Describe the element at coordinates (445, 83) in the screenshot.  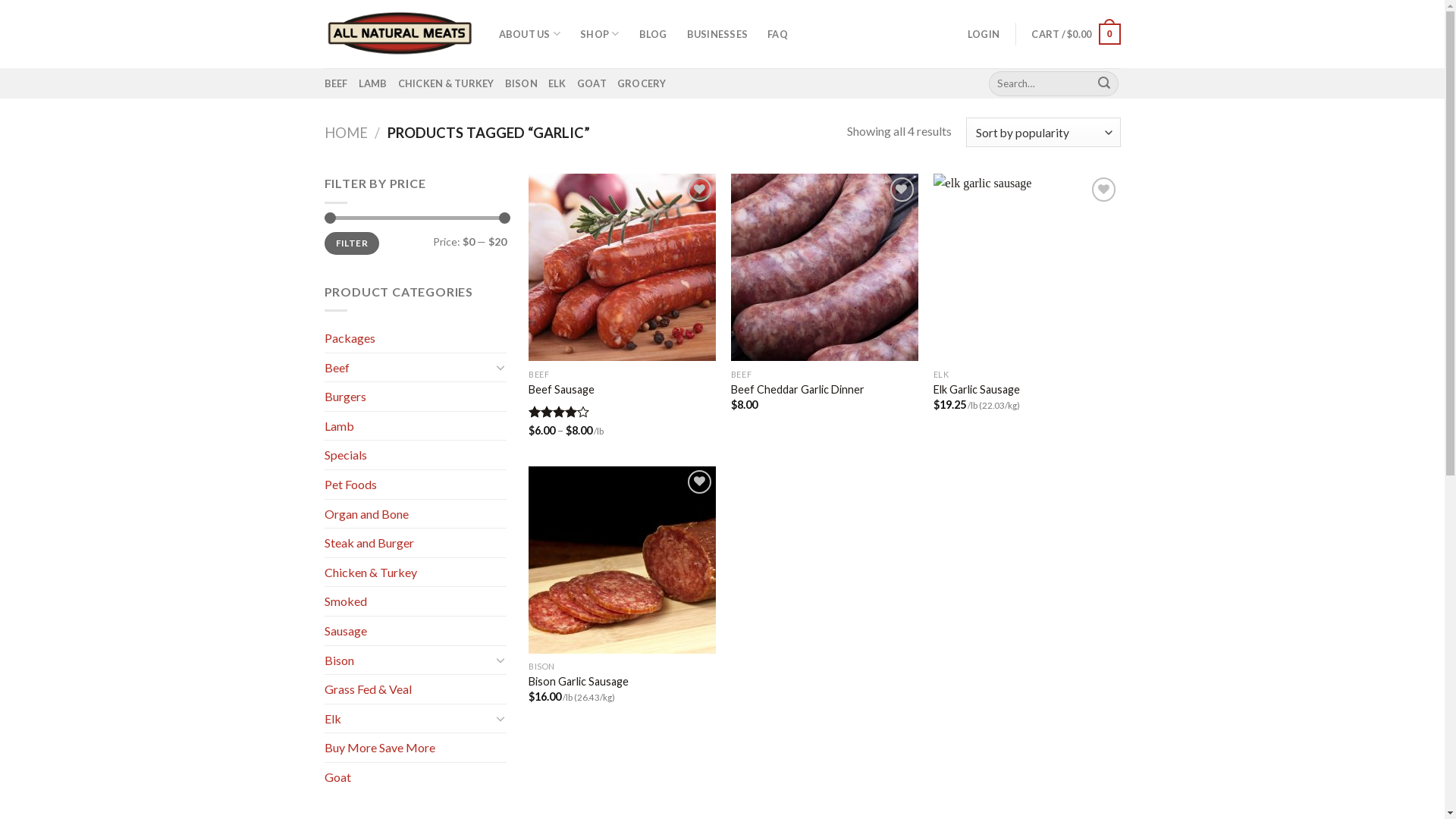
I see `'CHICKEN & TURKEY'` at that location.